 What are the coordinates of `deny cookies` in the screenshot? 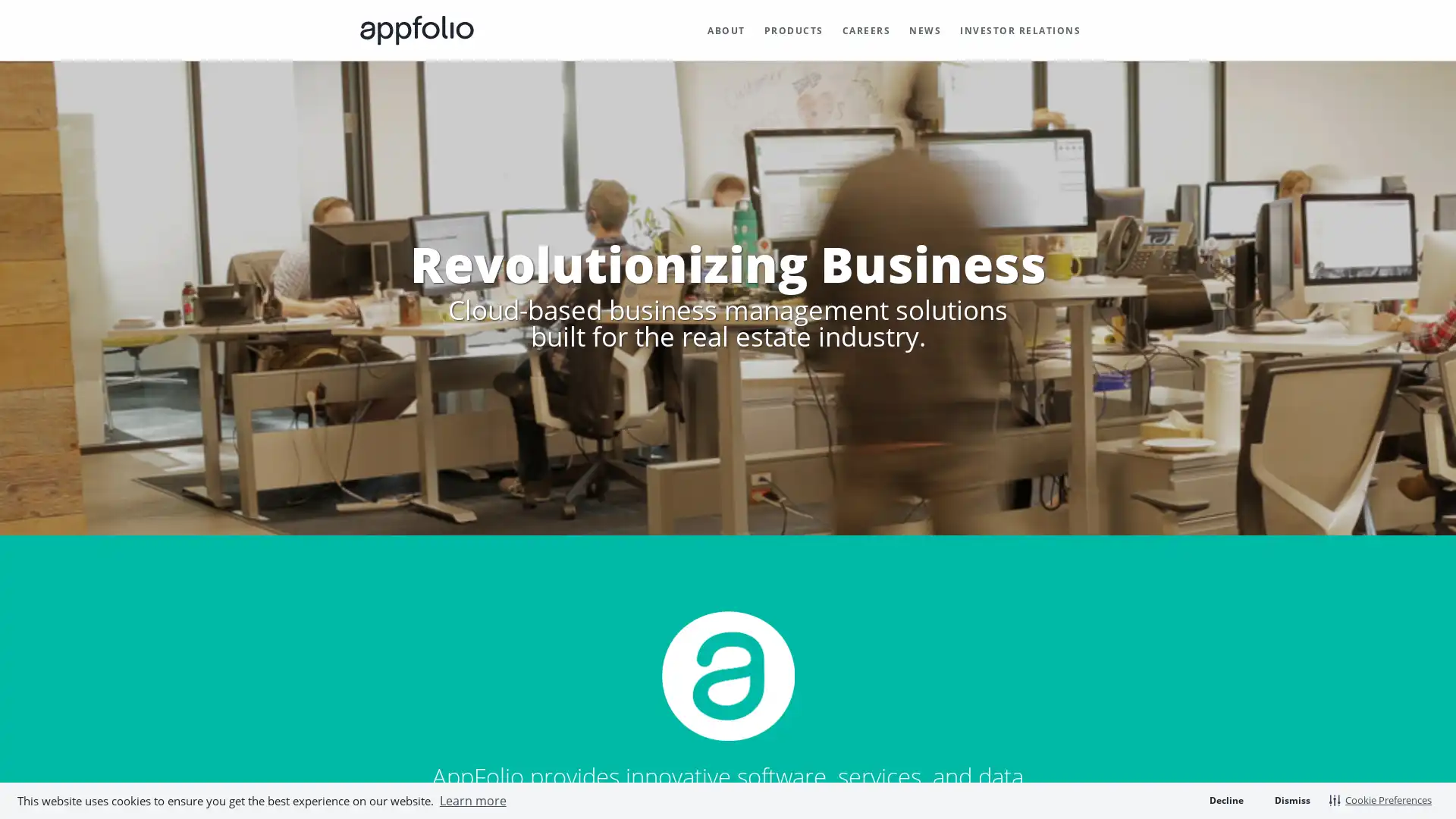 It's located at (1226, 799).